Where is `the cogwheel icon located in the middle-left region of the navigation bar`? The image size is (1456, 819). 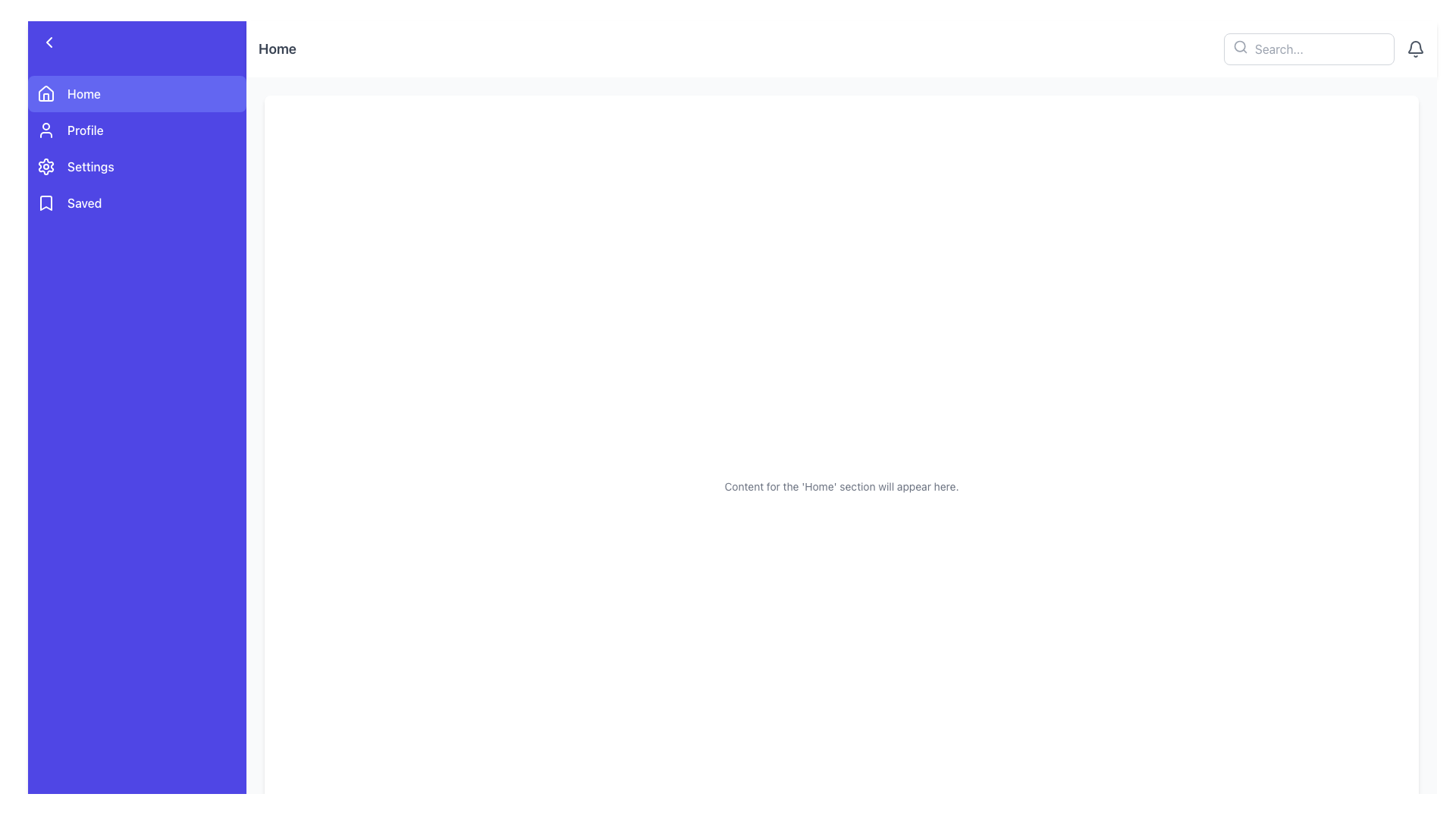
the cogwheel icon located in the middle-left region of the navigation bar is located at coordinates (46, 166).